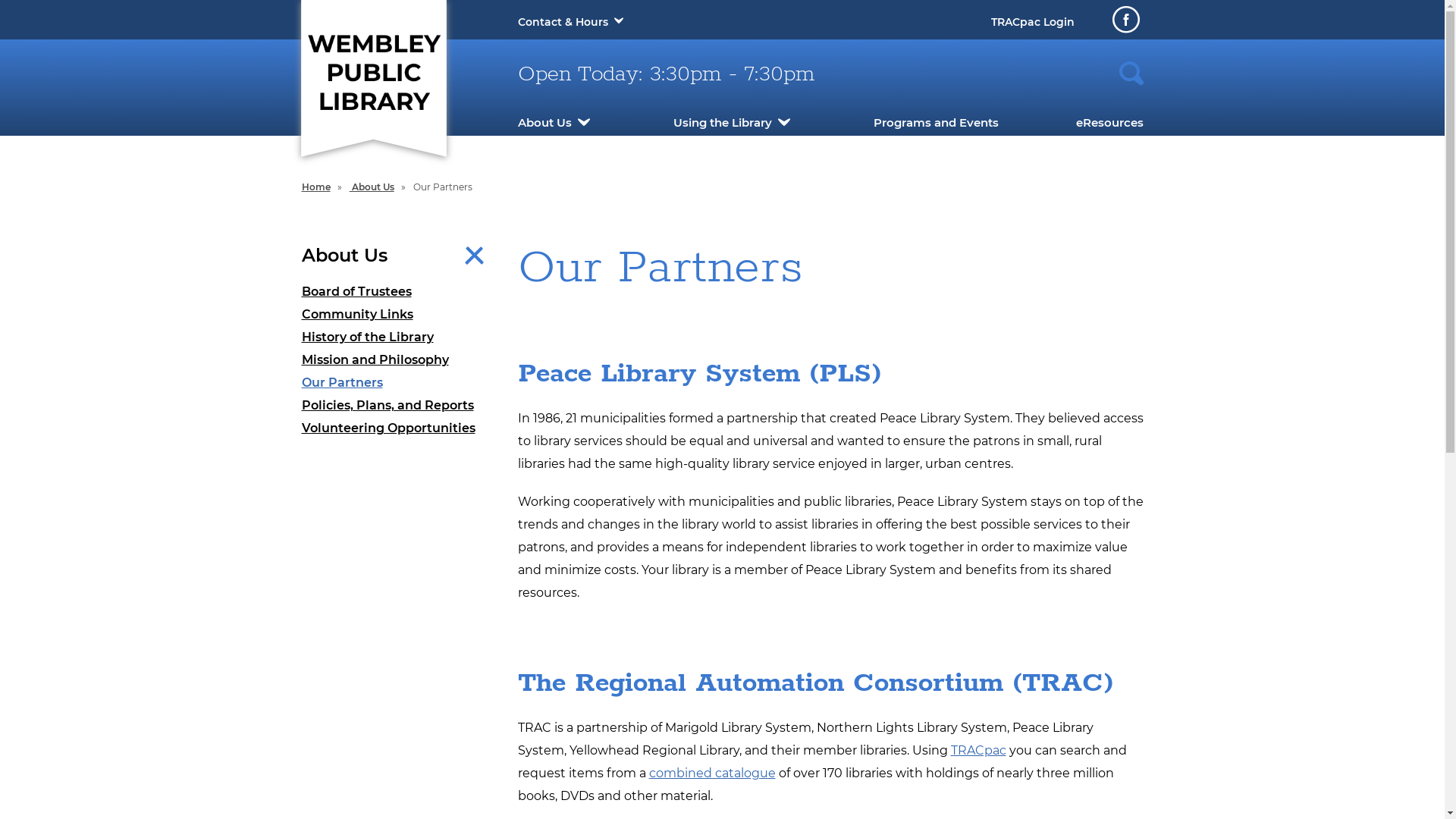 This screenshot has height=819, width=1456. I want to click on 'About Us', so click(372, 186).